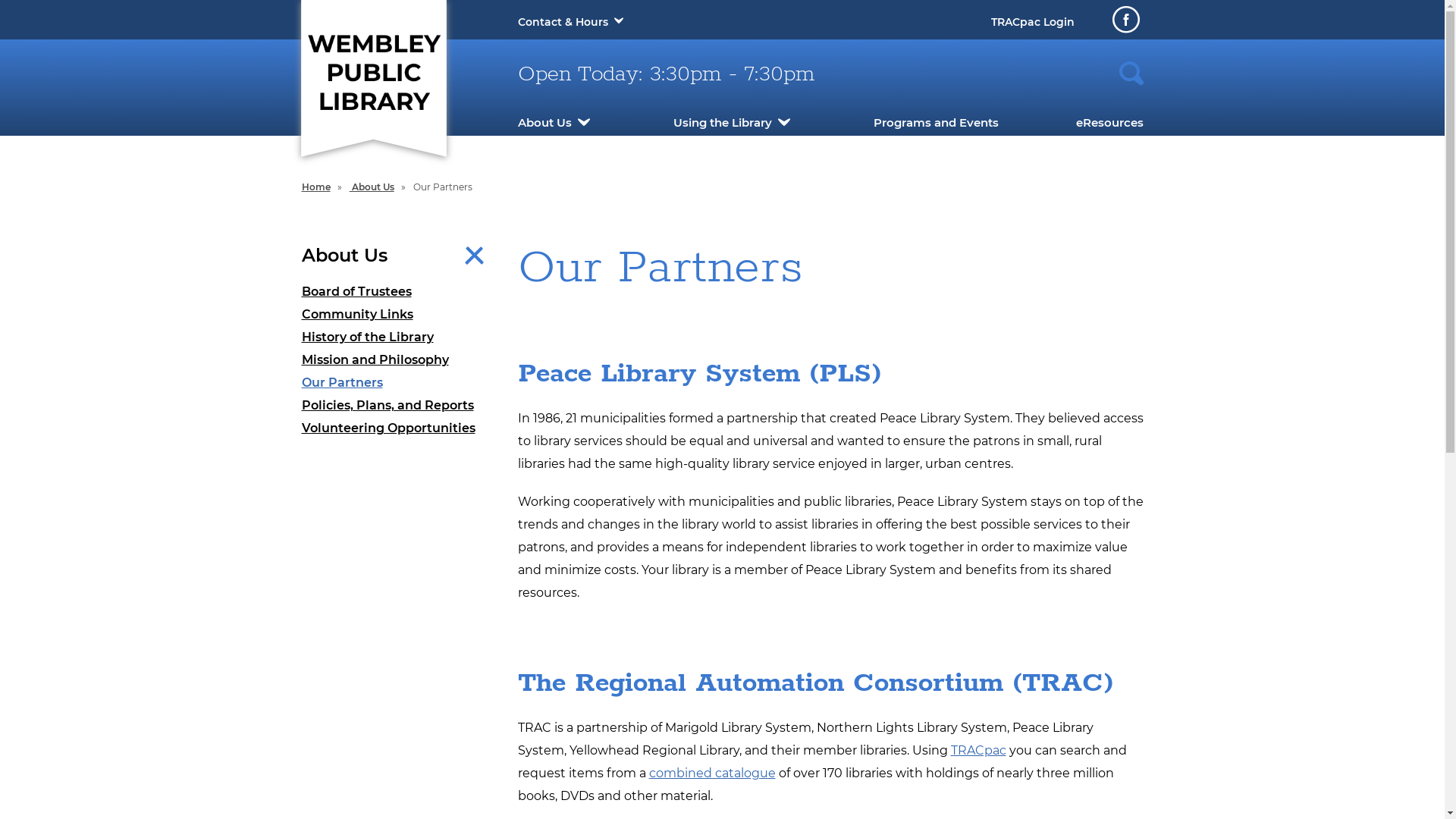 This screenshot has height=819, width=1456. I want to click on 'About Us', so click(372, 186).